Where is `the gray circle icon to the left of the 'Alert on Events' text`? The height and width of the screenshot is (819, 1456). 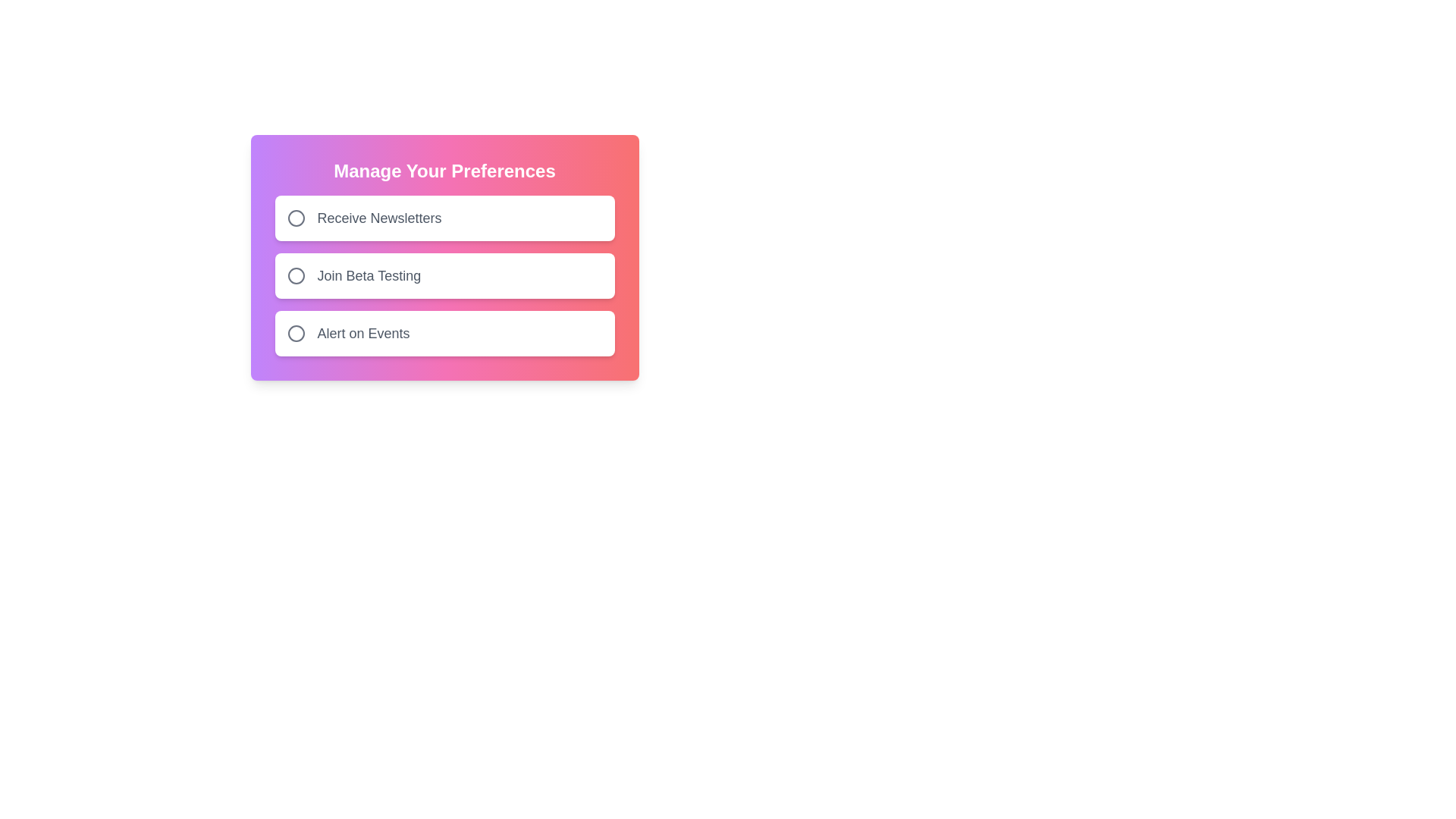
the gray circle icon to the left of the 'Alert on Events' text is located at coordinates (296, 332).